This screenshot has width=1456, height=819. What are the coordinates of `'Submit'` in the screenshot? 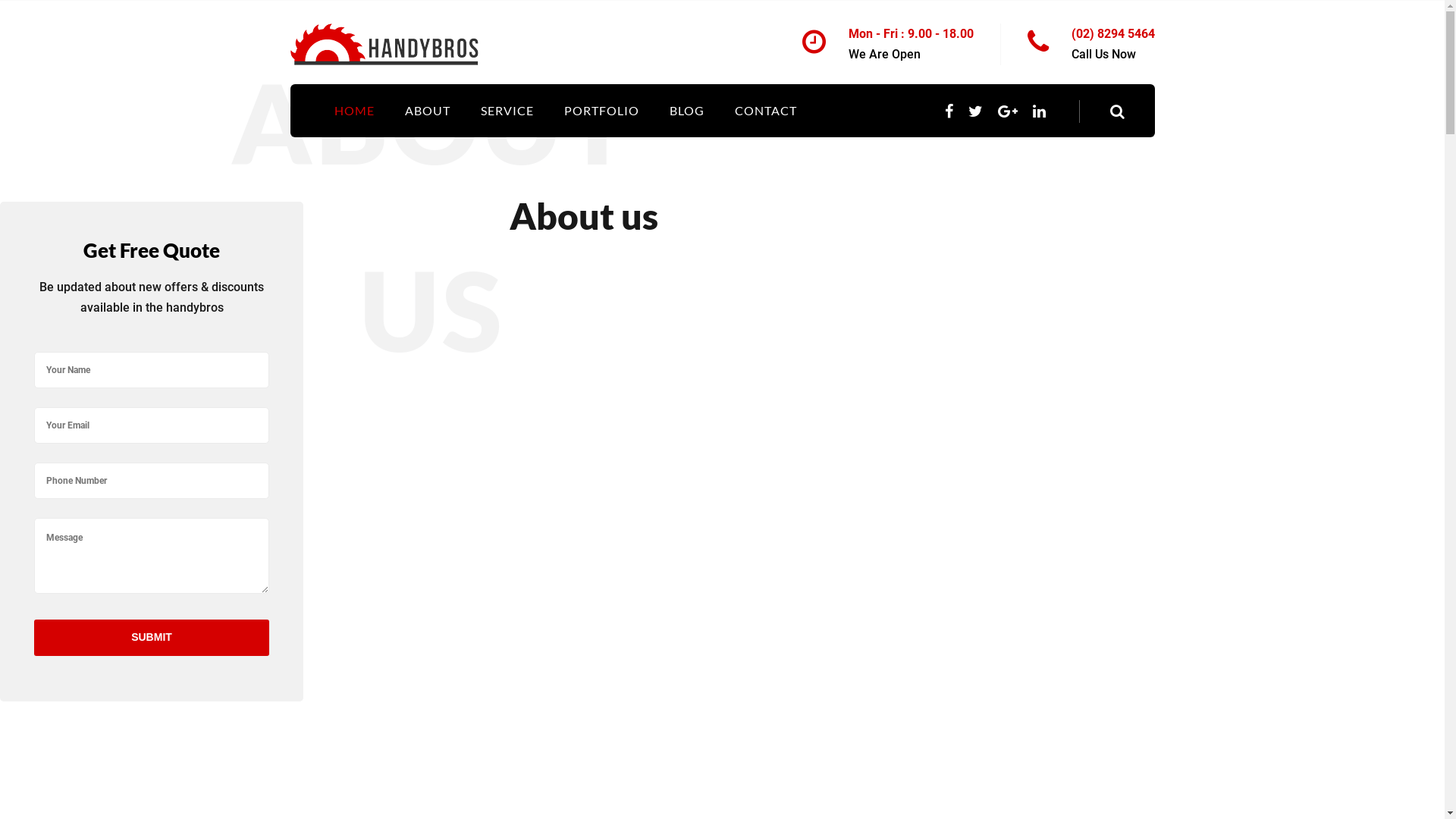 It's located at (152, 637).